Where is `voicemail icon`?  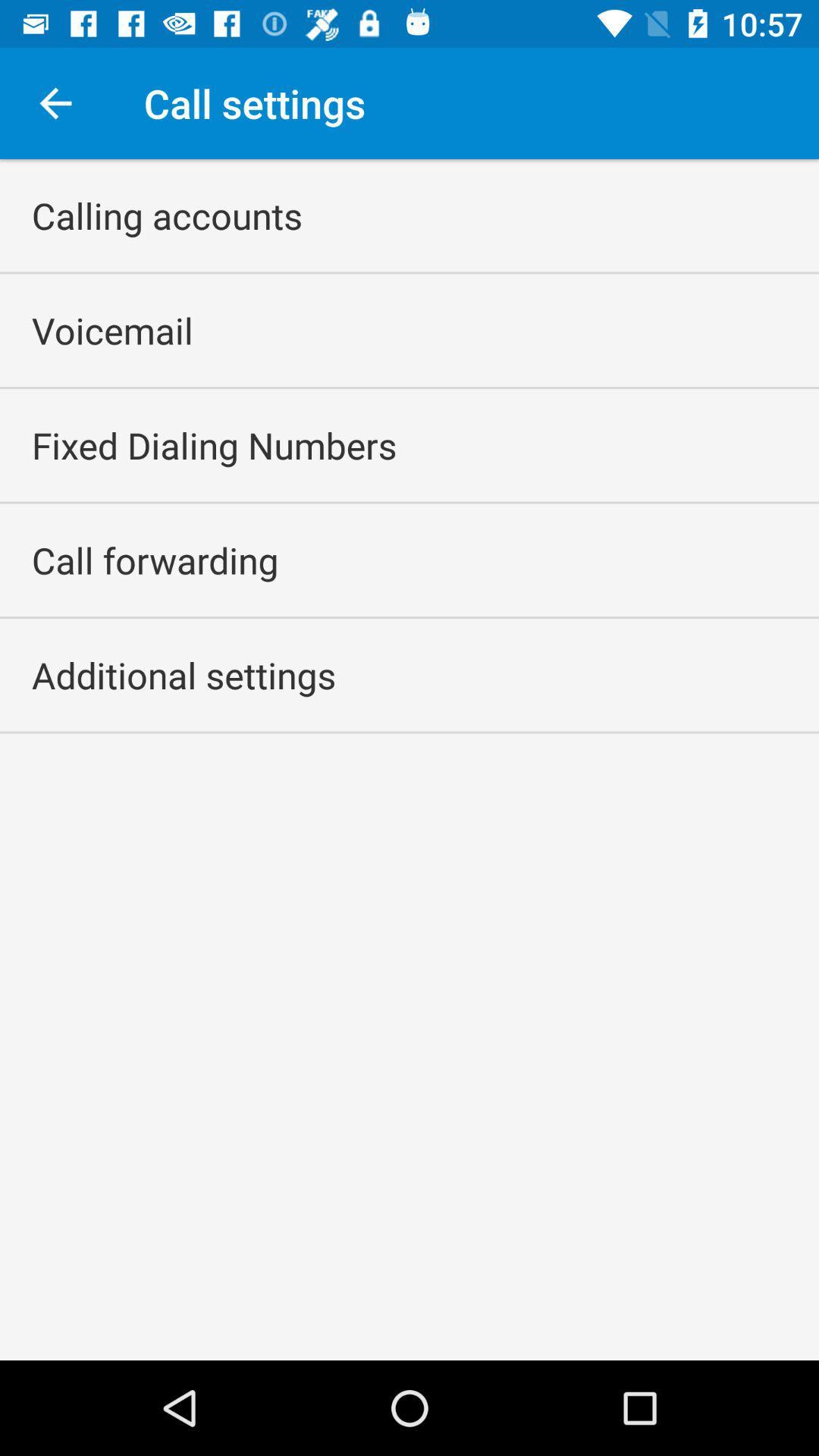 voicemail icon is located at coordinates (111, 329).